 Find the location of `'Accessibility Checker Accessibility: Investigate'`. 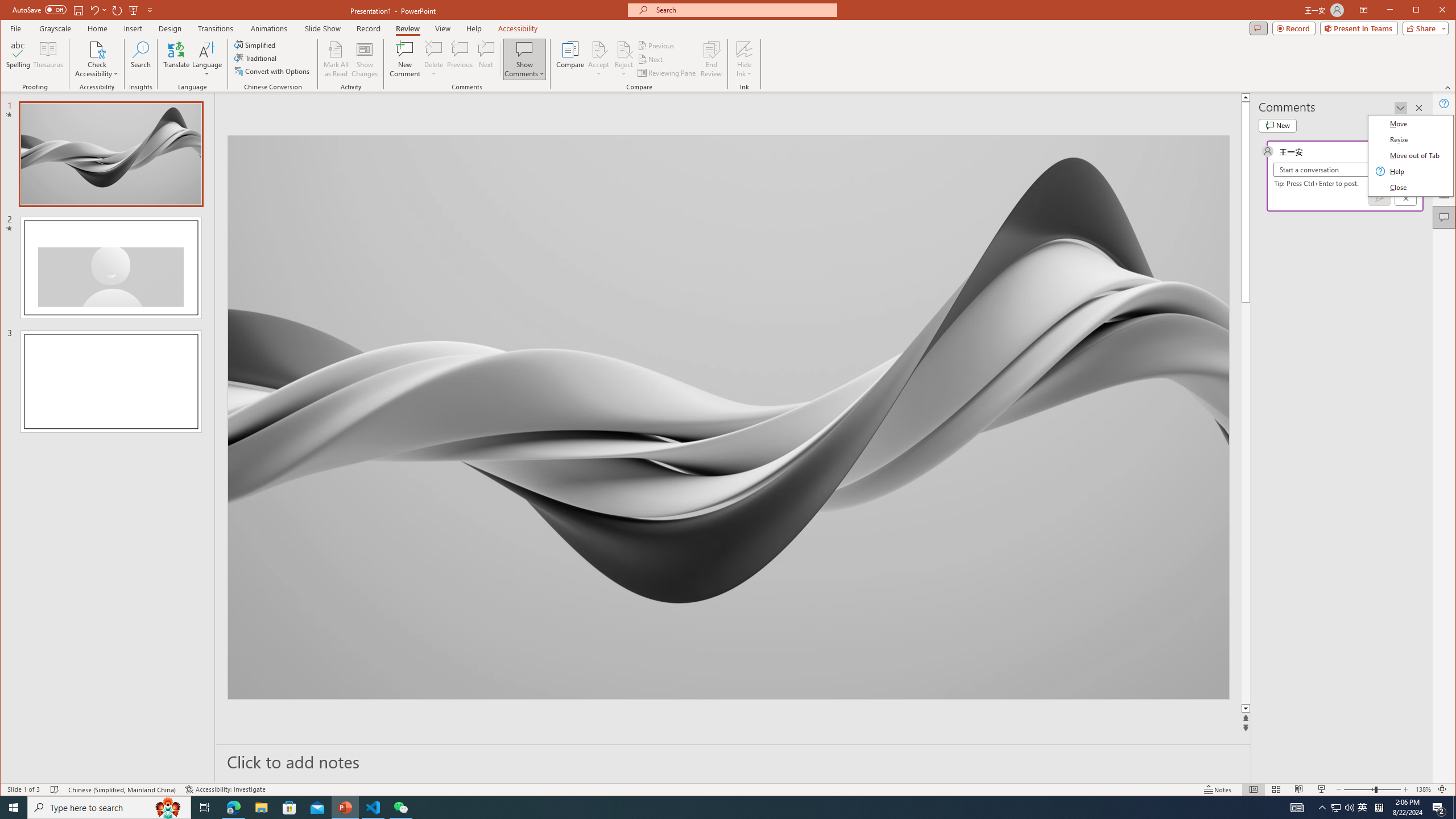

'Accessibility Checker Accessibility: Investigate' is located at coordinates (225, 789).